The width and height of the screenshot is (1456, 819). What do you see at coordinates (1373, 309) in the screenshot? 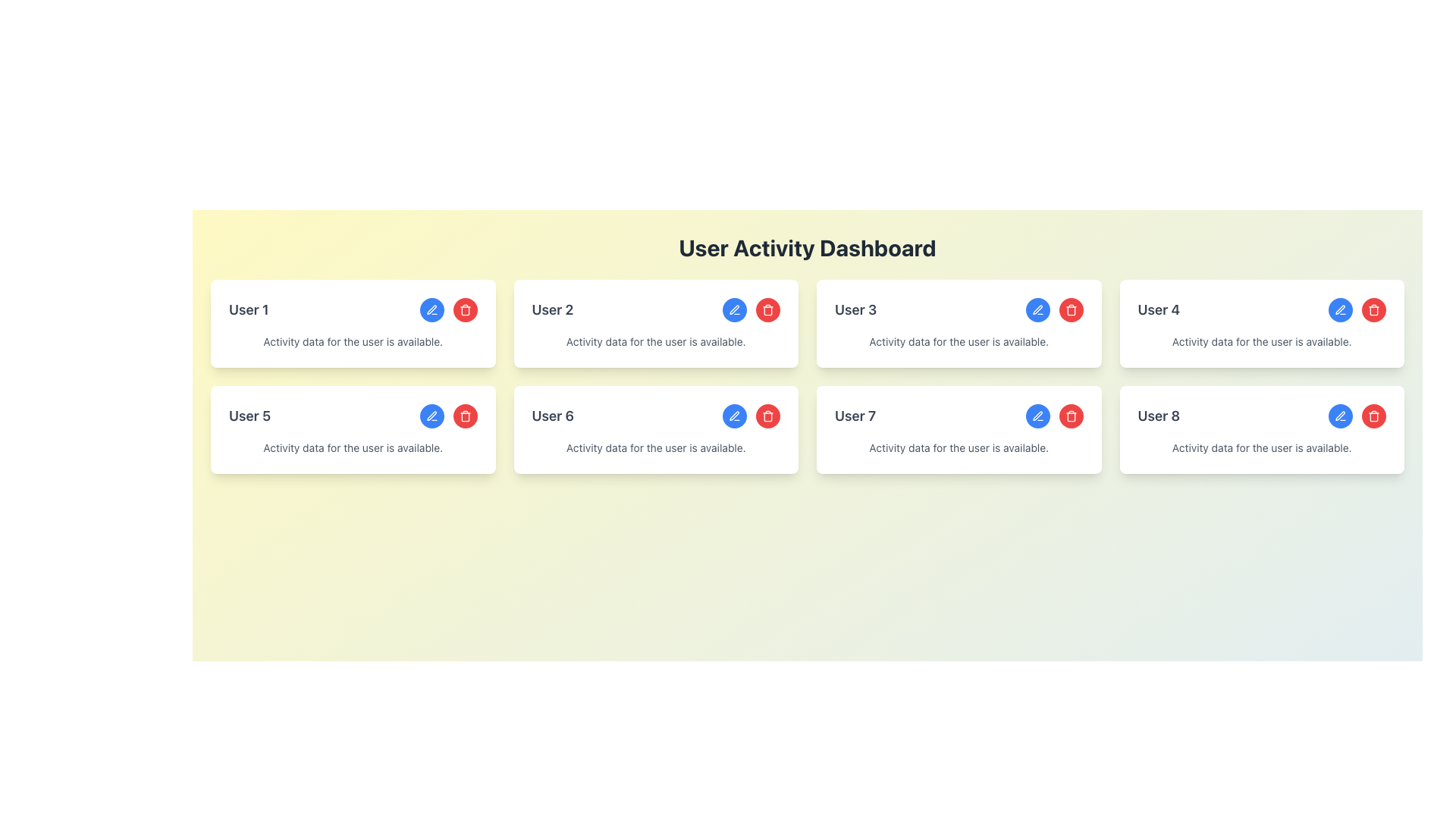
I see `the delete button located in the top-right corner of the 'User 4' card` at bounding box center [1373, 309].